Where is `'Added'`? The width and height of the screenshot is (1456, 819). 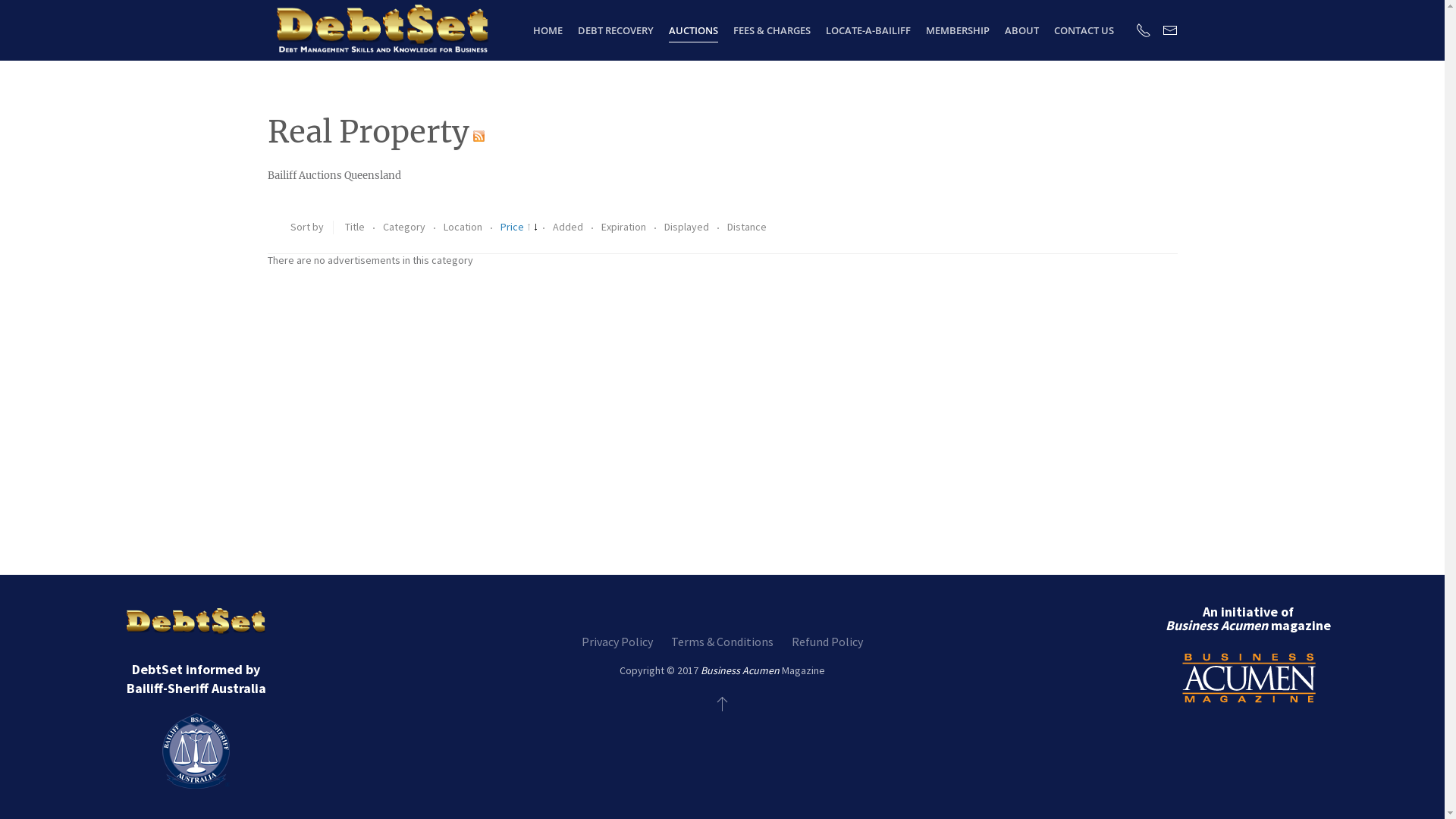 'Added' is located at coordinates (567, 227).